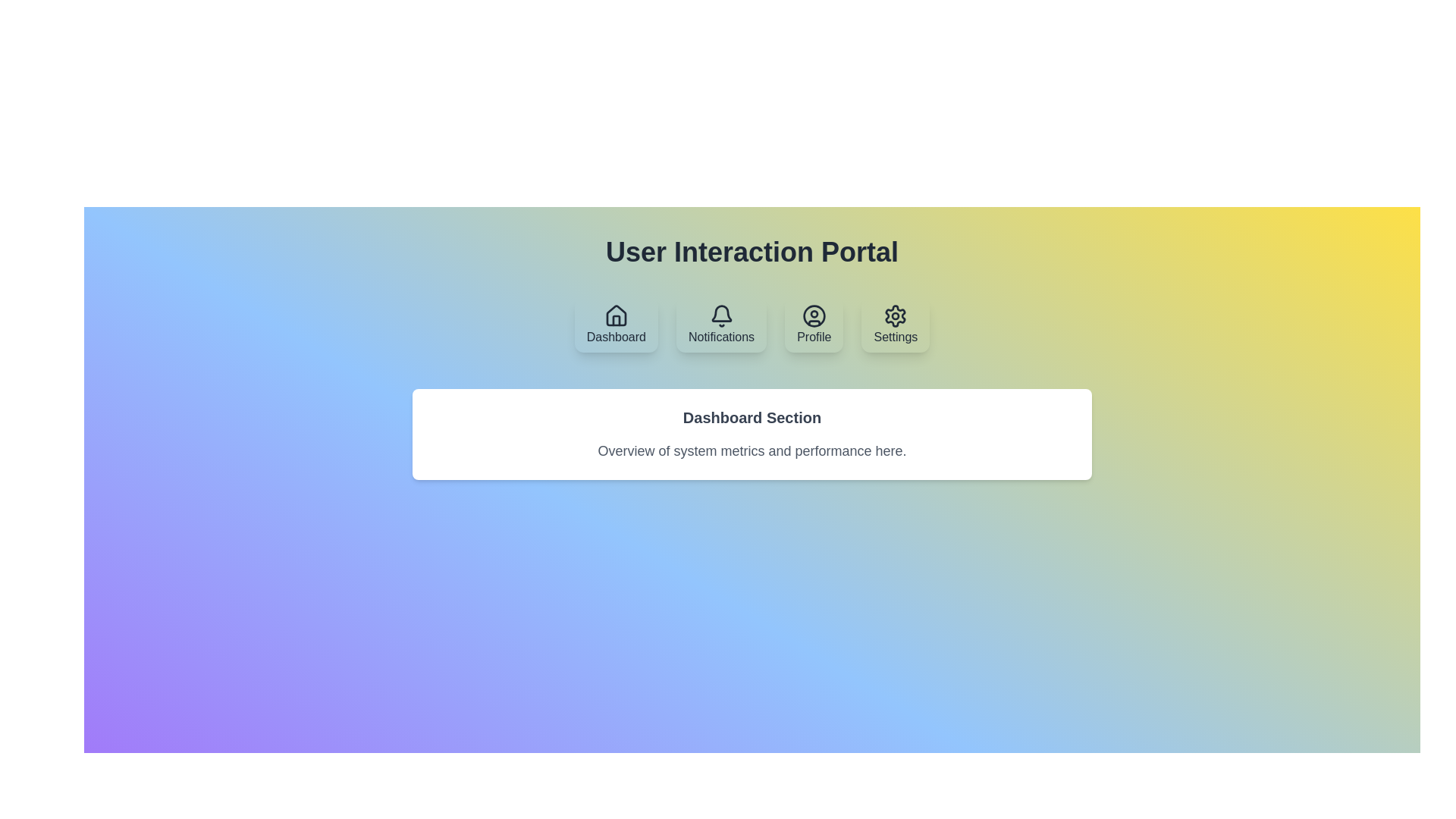 The height and width of the screenshot is (819, 1456). What do you see at coordinates (720, 324) in the screenshot?
I see `the tab labeled Notifications to display its content` at bounding box center [720, 324].